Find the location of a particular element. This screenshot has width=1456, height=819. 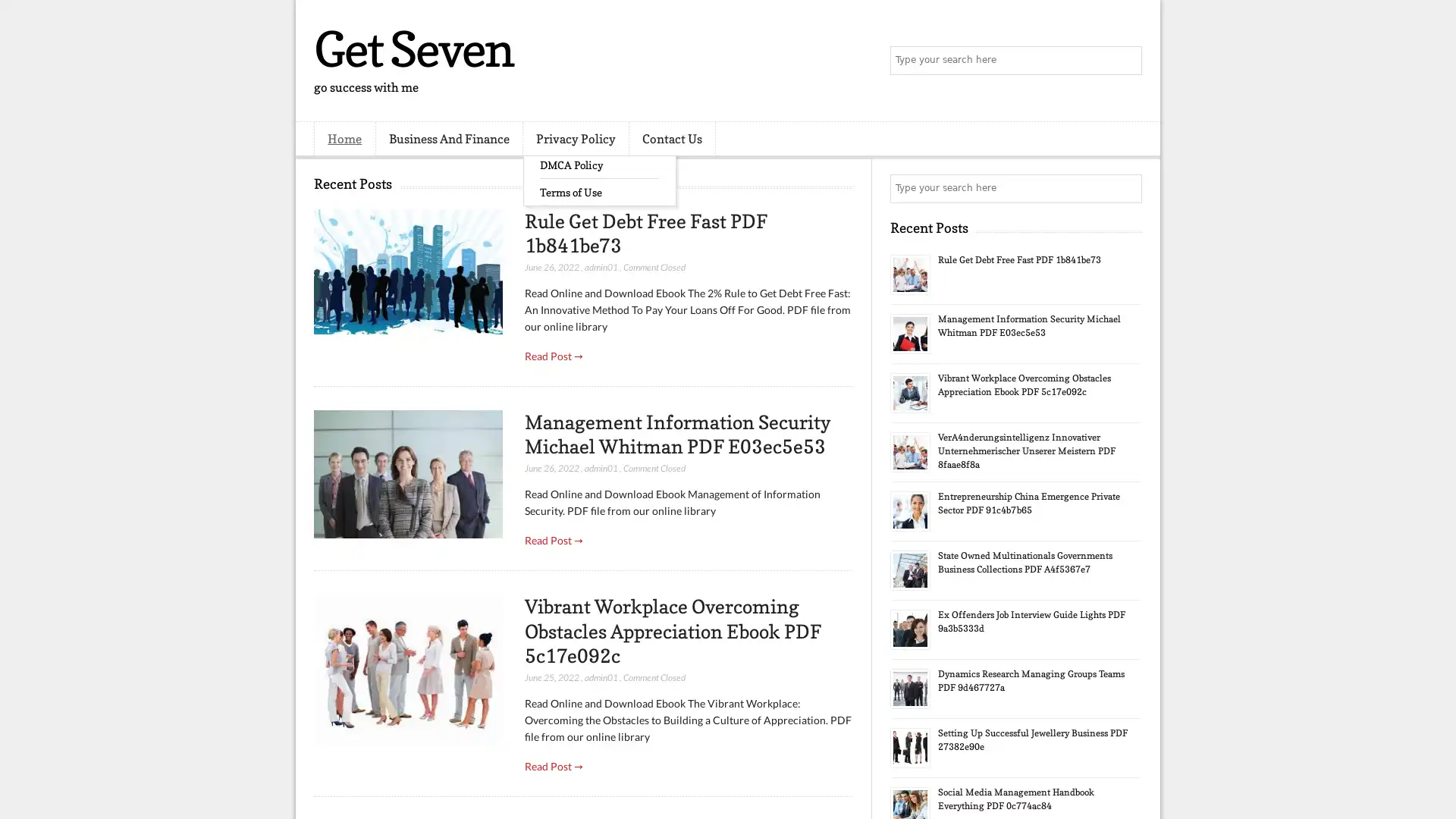

Search is located at coordinates (1126, 61).